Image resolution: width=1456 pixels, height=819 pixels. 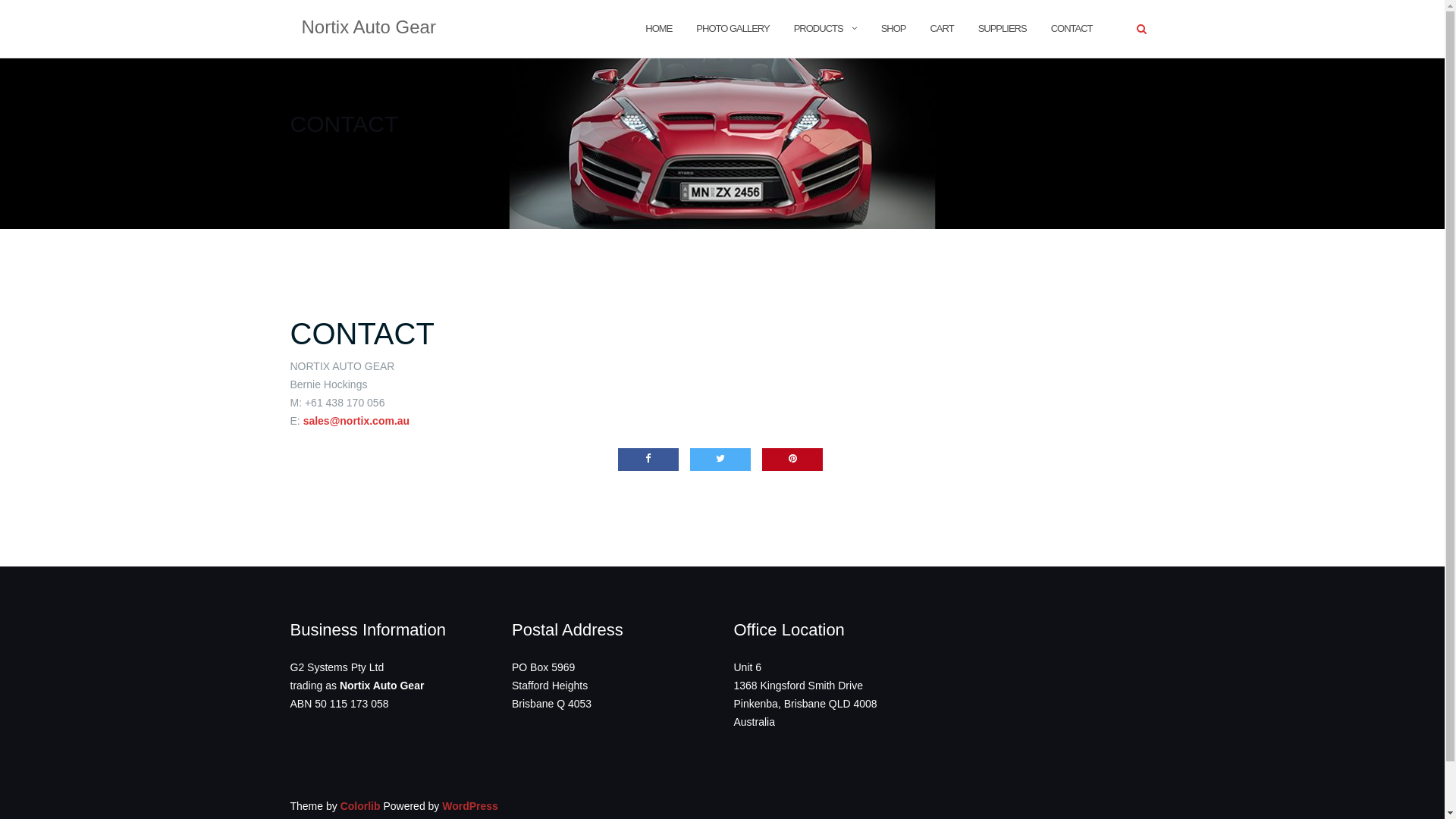 I want to click on 'CONTACT', so click(x=360, y=332).